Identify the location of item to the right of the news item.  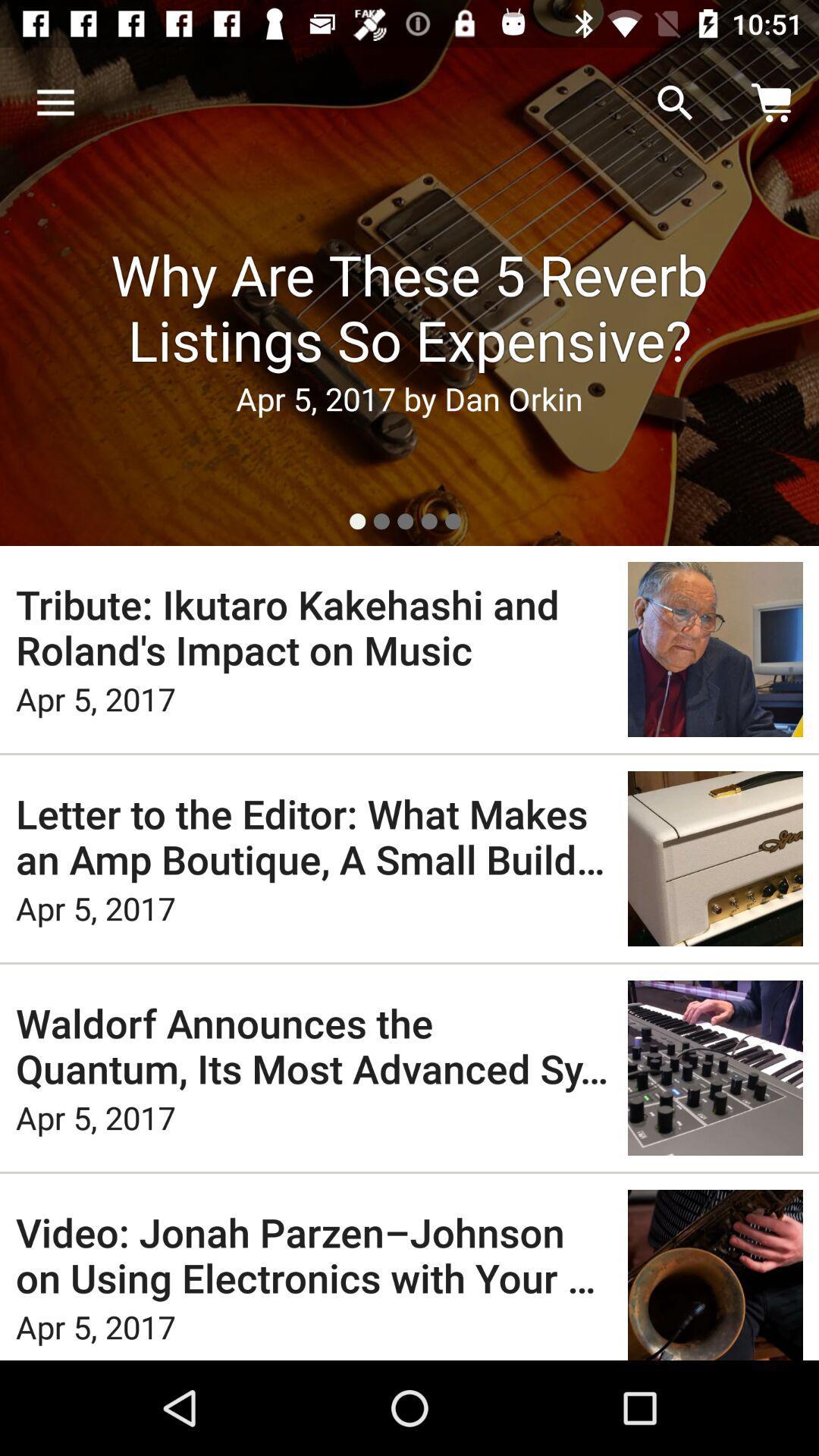
(675, 102).